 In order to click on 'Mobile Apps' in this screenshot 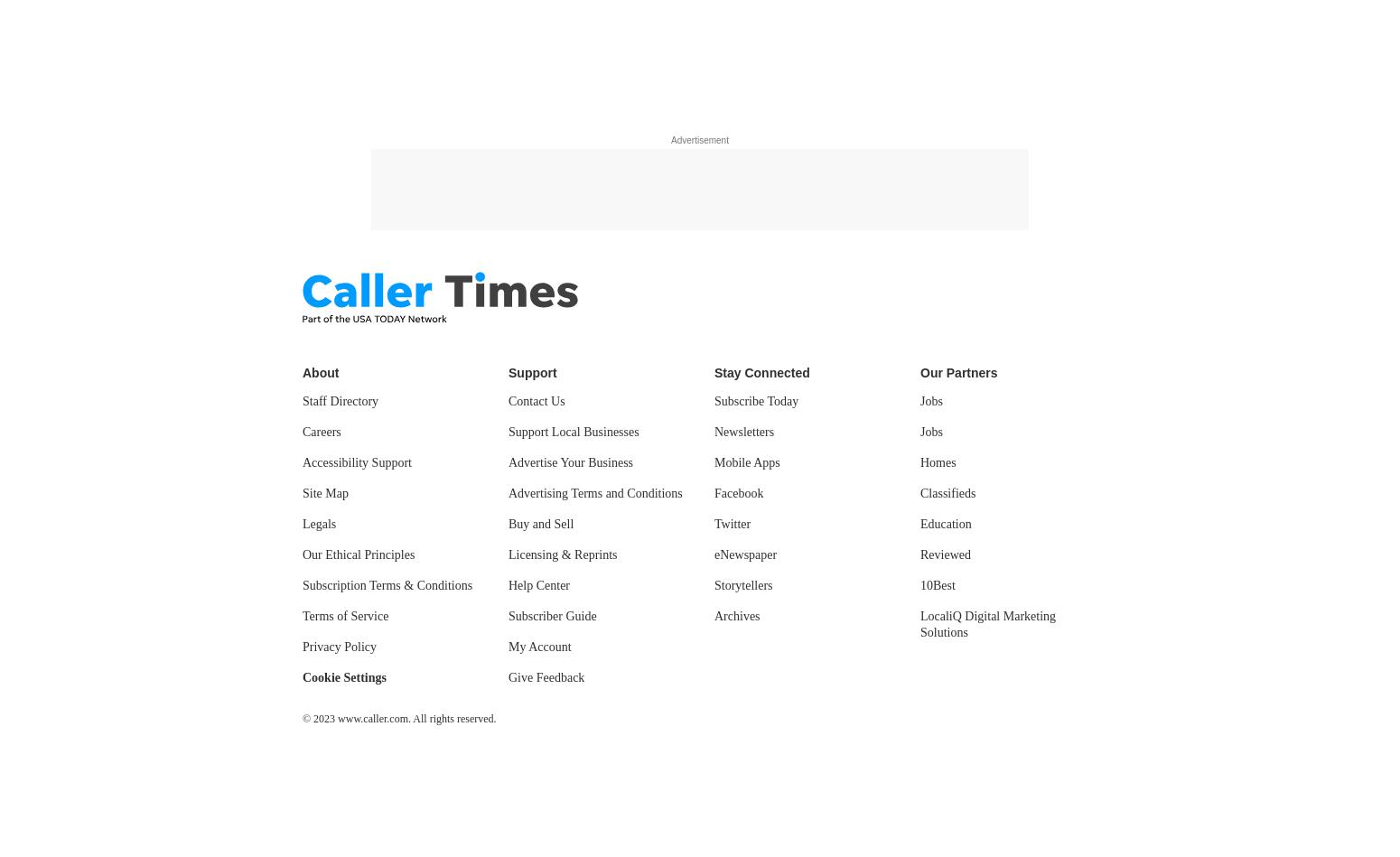, I will do `click(745, 461)`.